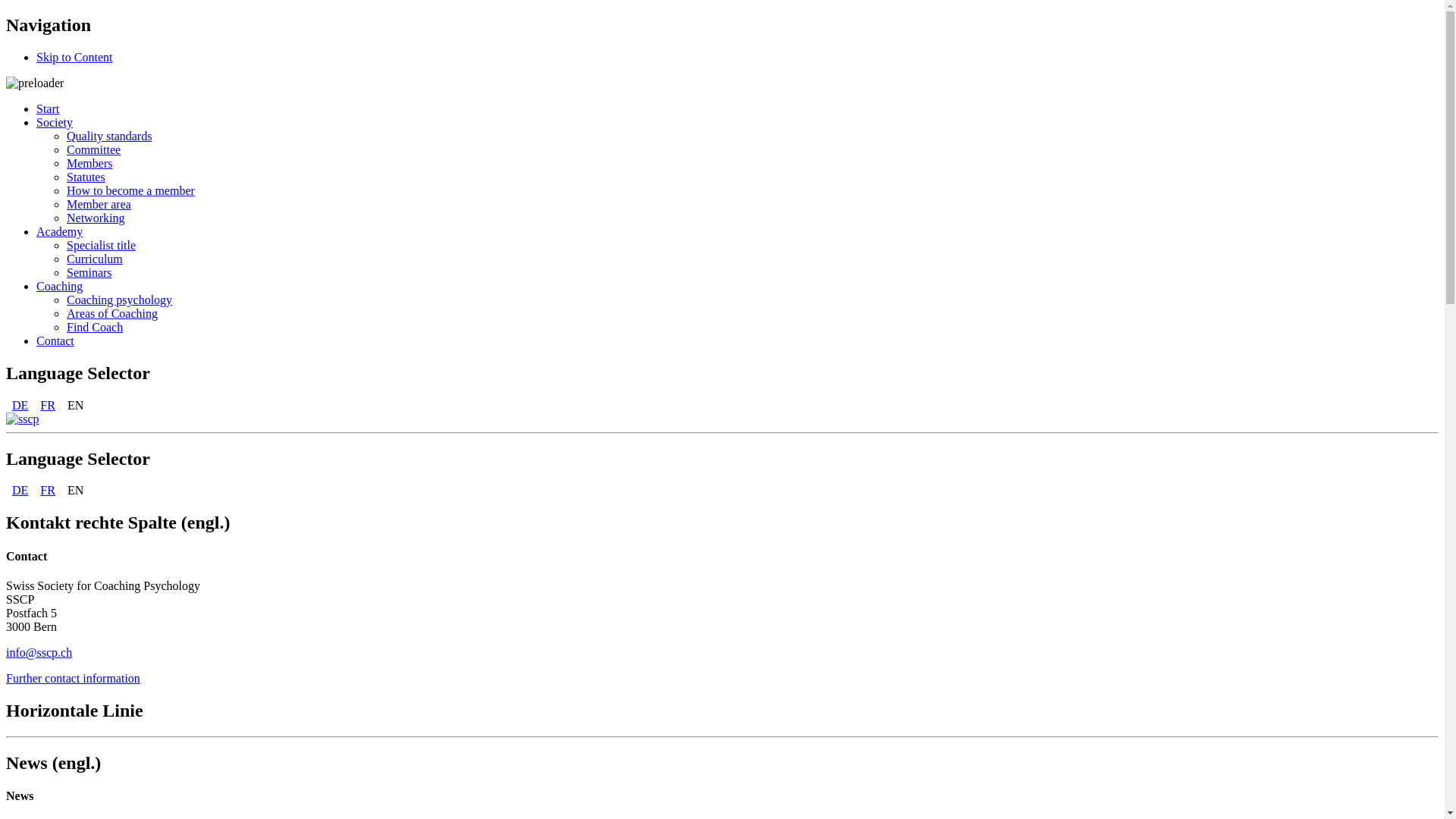 The image size is (1456, 819). I want to click on 'Areas of Coaching', so click(111, 312).